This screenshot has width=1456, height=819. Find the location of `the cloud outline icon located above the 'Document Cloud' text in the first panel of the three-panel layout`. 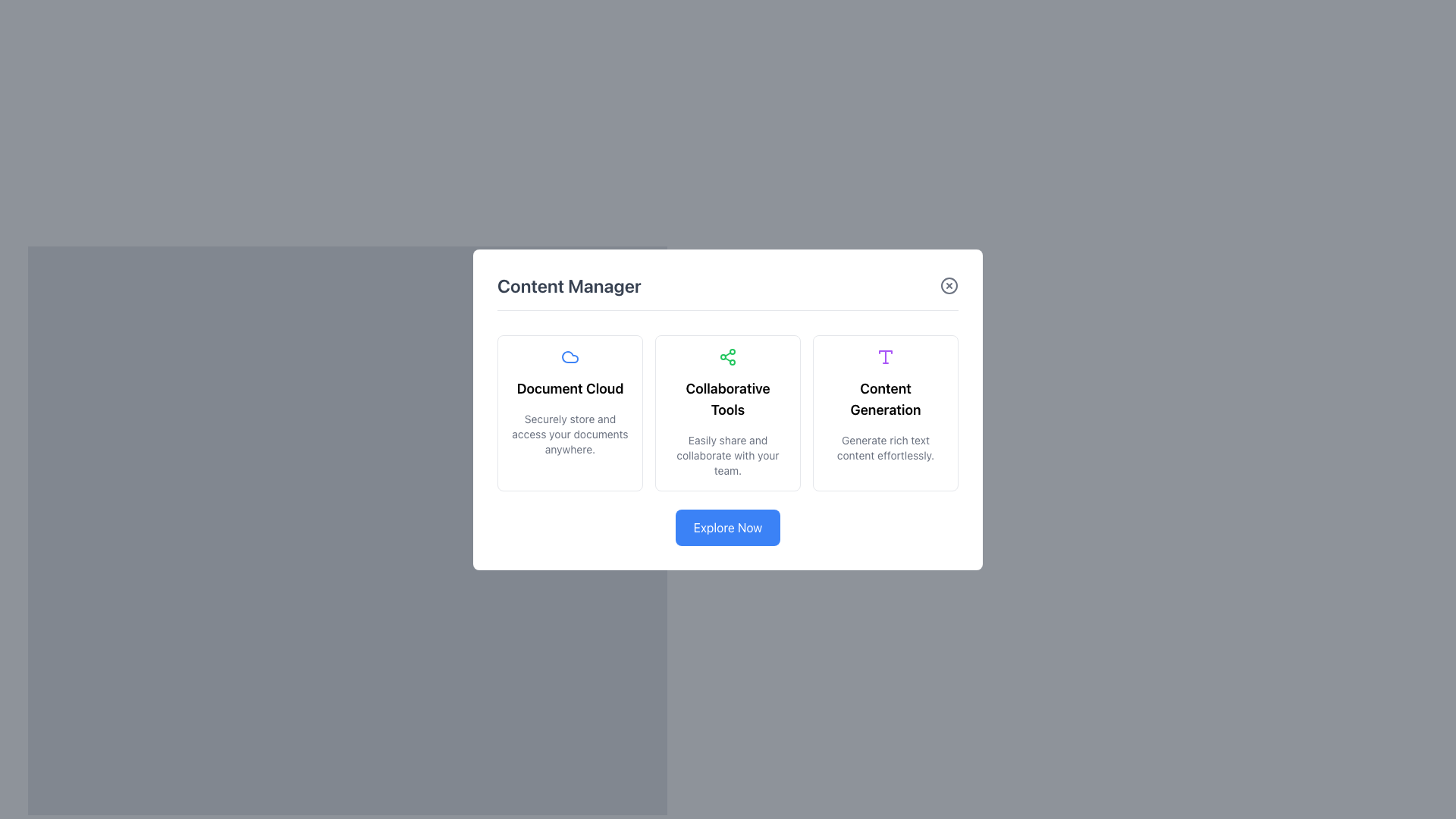

the cloud outline icon located above the 'Document Cloud' text in the first panel of the three-panel layout is located at coordinates (570, 356).